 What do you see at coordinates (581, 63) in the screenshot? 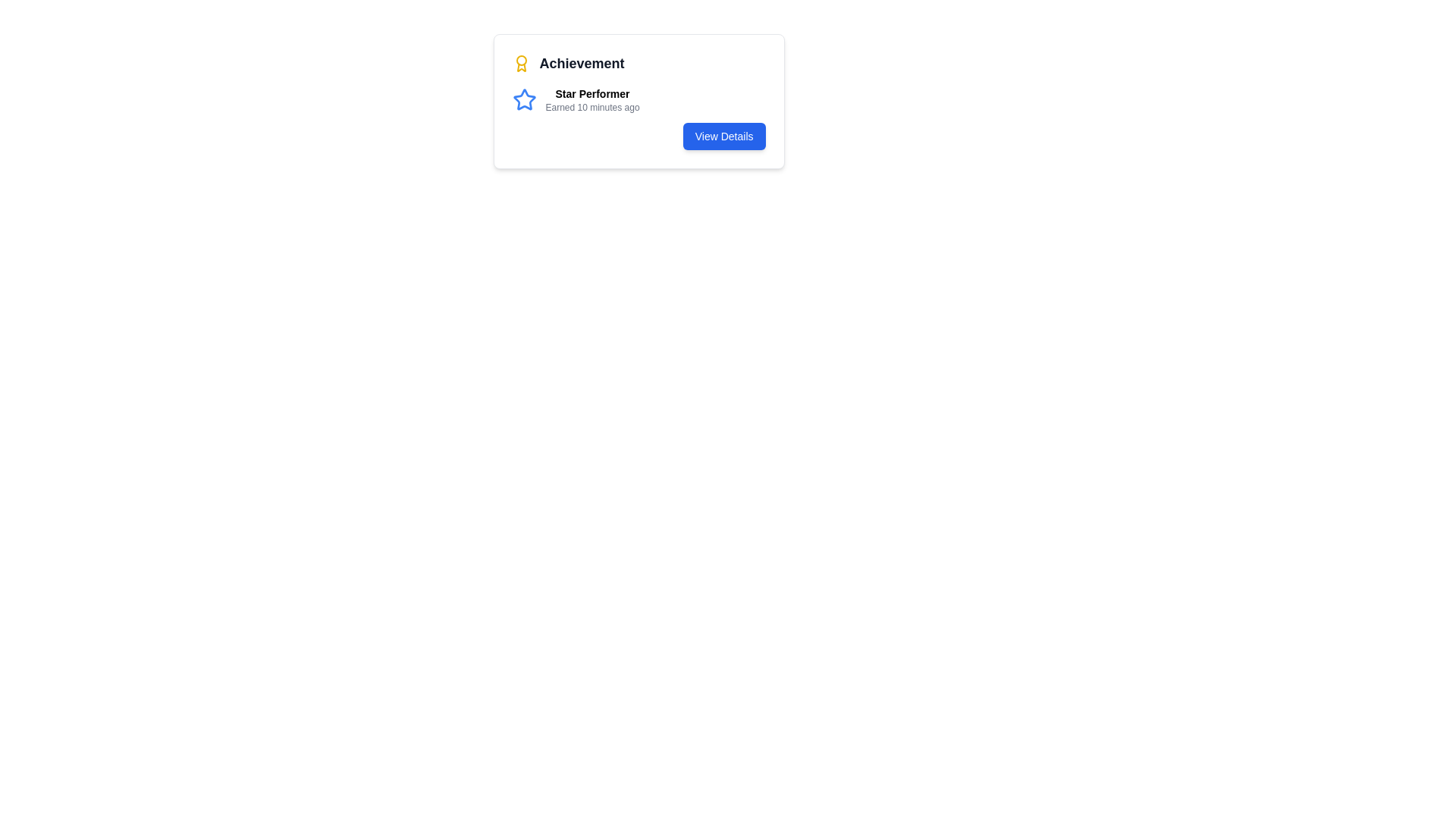
I see `the 'Achievement' text label, which is bold, black, and part of a card-like structure in the top-left region of the interface, aligned horizontally with a yellow award icon` at bounding box center [581, 63].